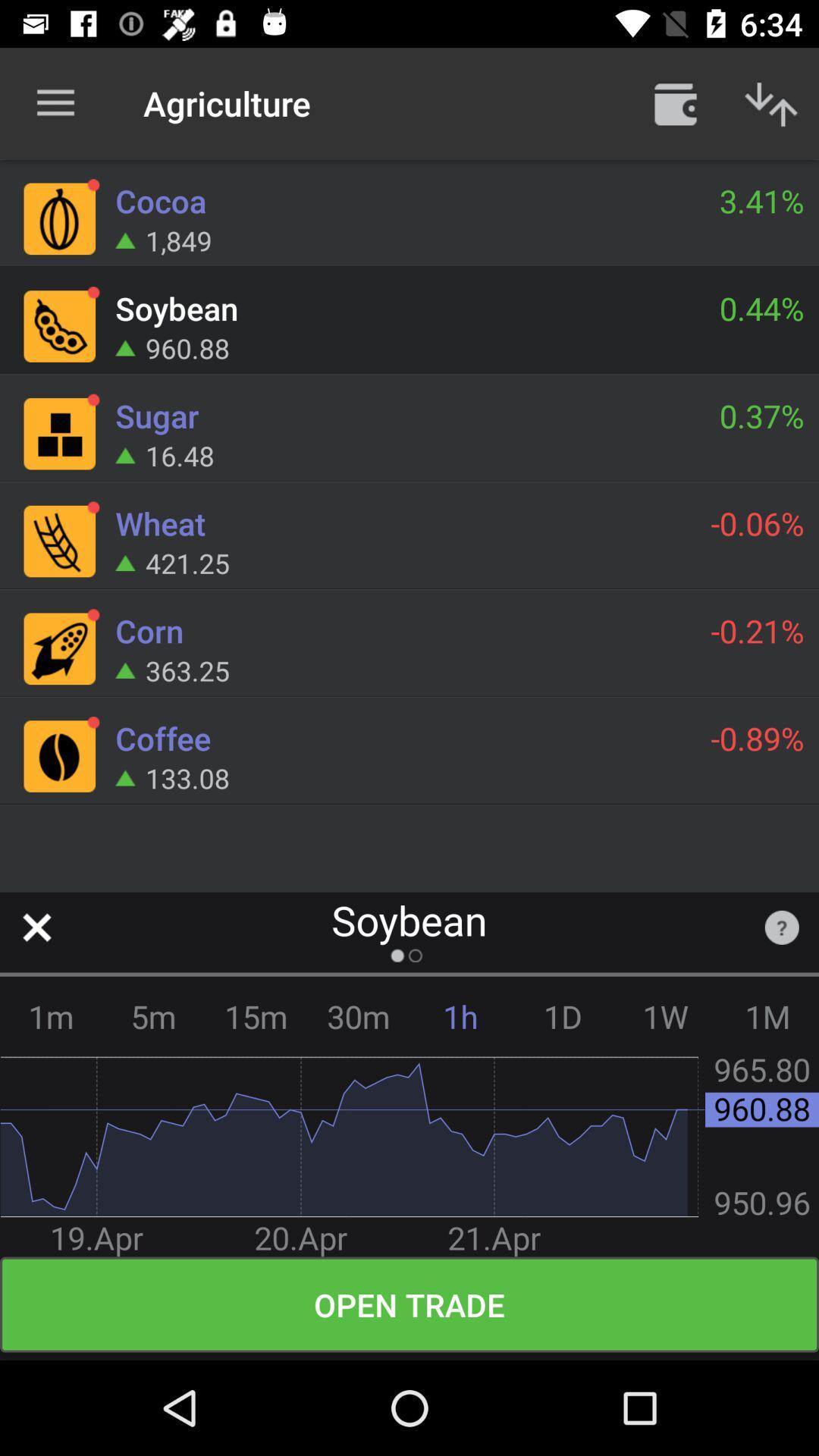 This screenshot has height=1456, width=819. Describe the element at coordinates (255, 1016) in the screenshot. I see `the icon to the left of 30m icon` at that location.